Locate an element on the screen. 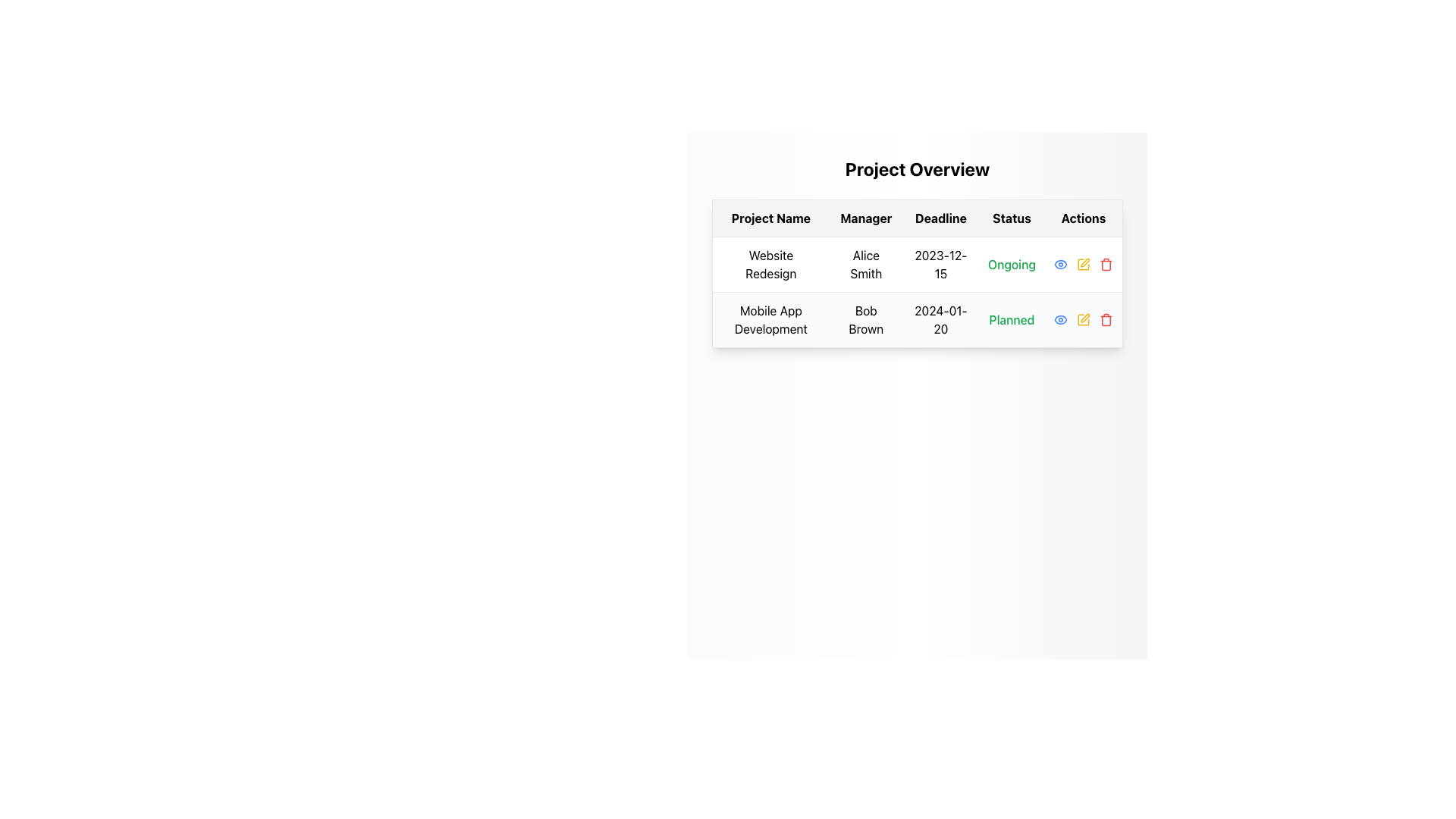 The width and height of the screenshot is (1456, 819). the Table Header element labeled 'Manager', which is the second column header in the table, positioned between 'Project Name' and 'Deadline' is located at coordinates (866, 218).